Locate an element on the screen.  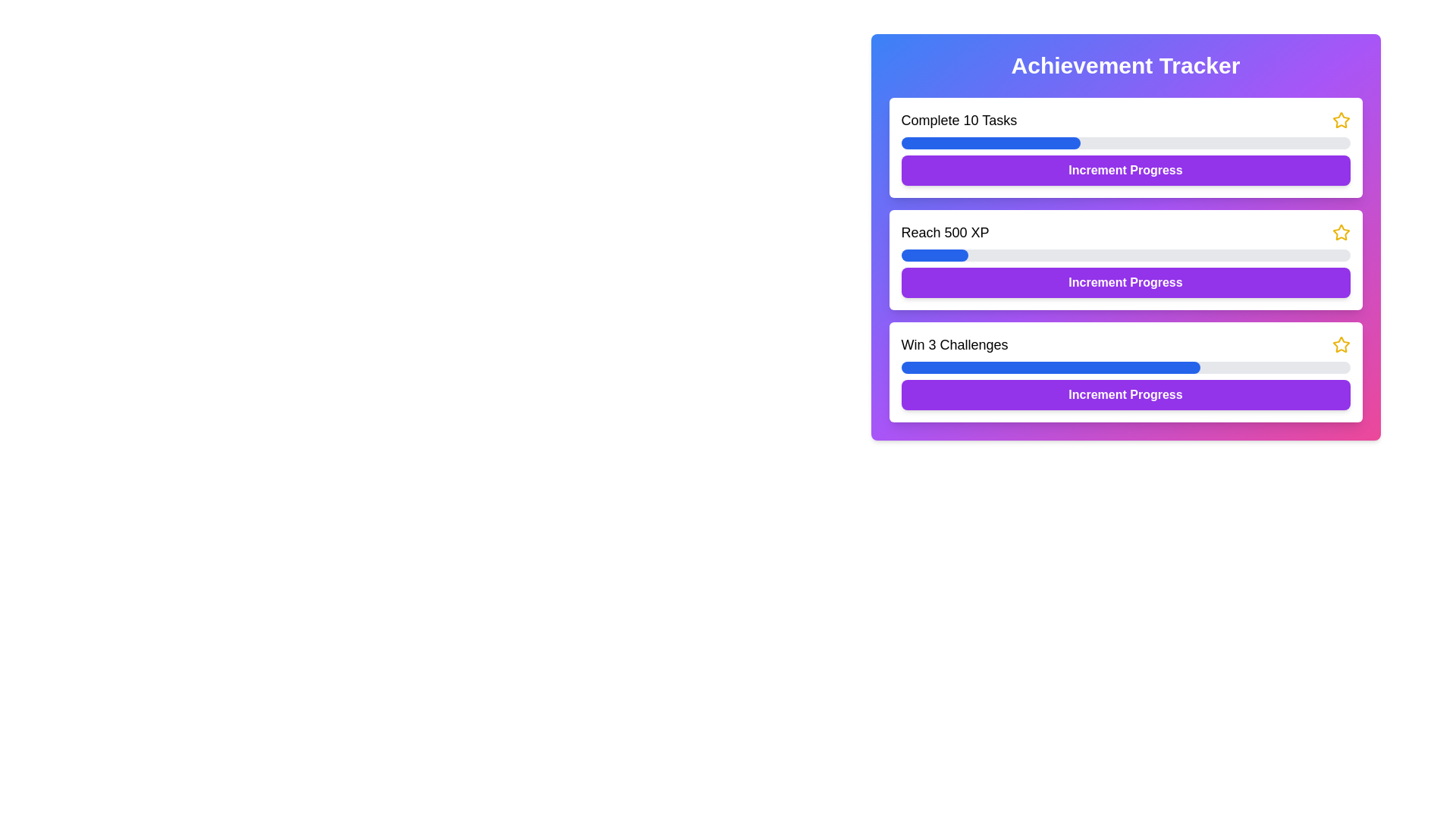
the task card that tracks progress for the challenge 'Win 3 Challenges', which is the third card in a vertical list of three cards is located at coordinates (1125, 372).